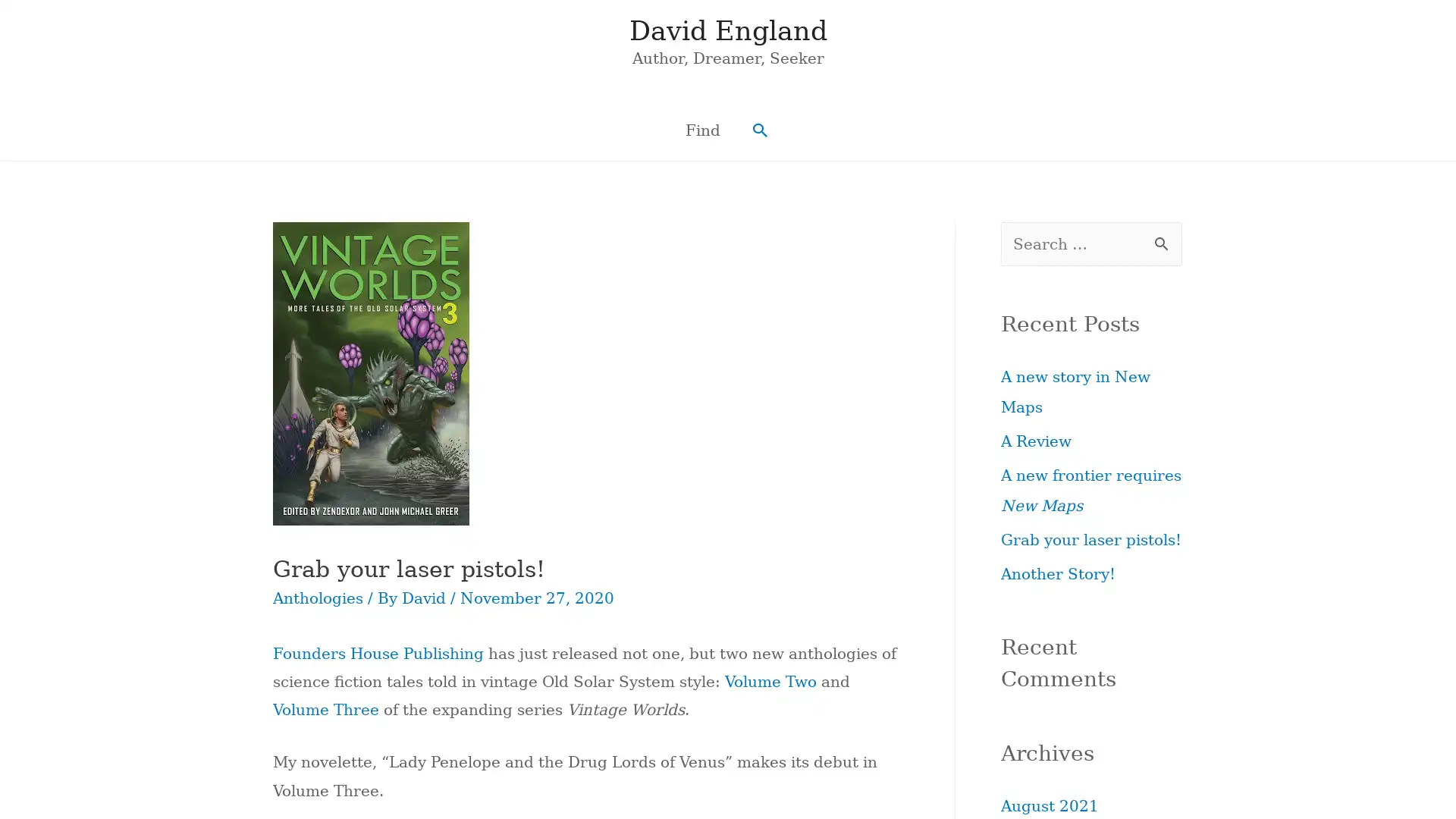 The height and width of the screenshot is (819, 1456). Describe the element at coordinates (1164, 245) in the screenshot. I see `Search` at that location.